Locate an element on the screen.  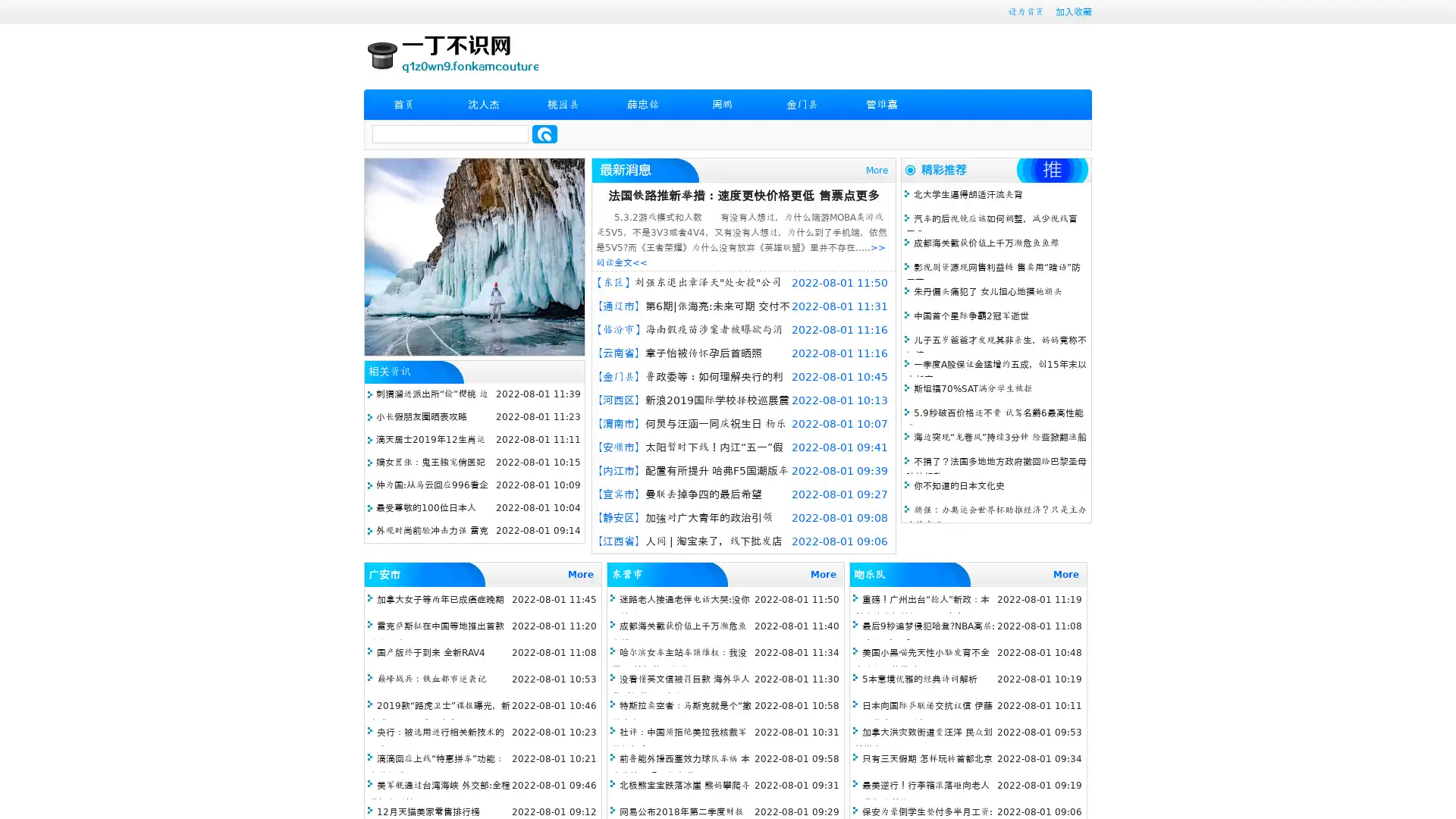
Search is located at coordinates (544, 133).